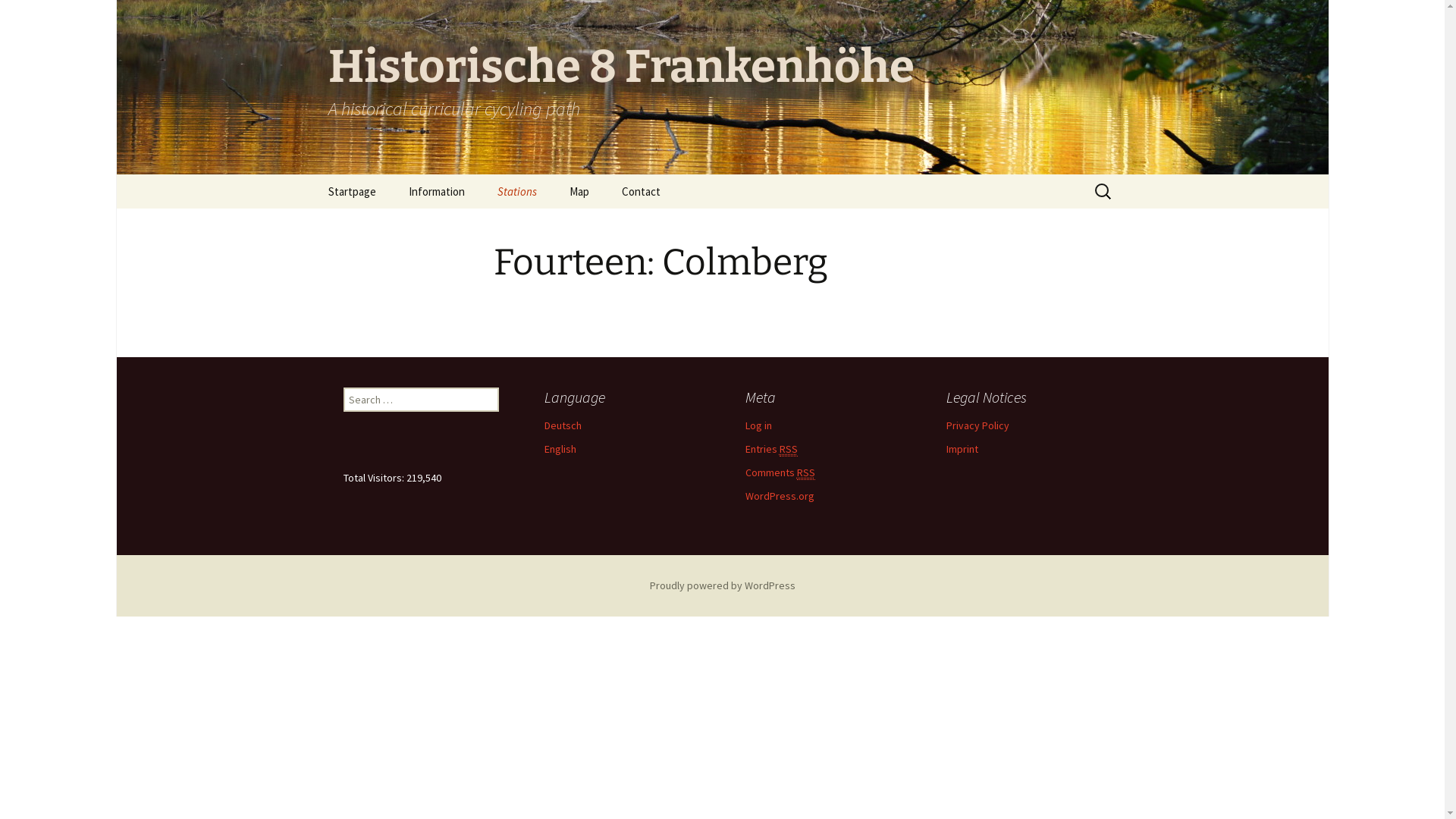 The image size is (1456, 819). I want to click on 'Deutsch', so click(562, 425).